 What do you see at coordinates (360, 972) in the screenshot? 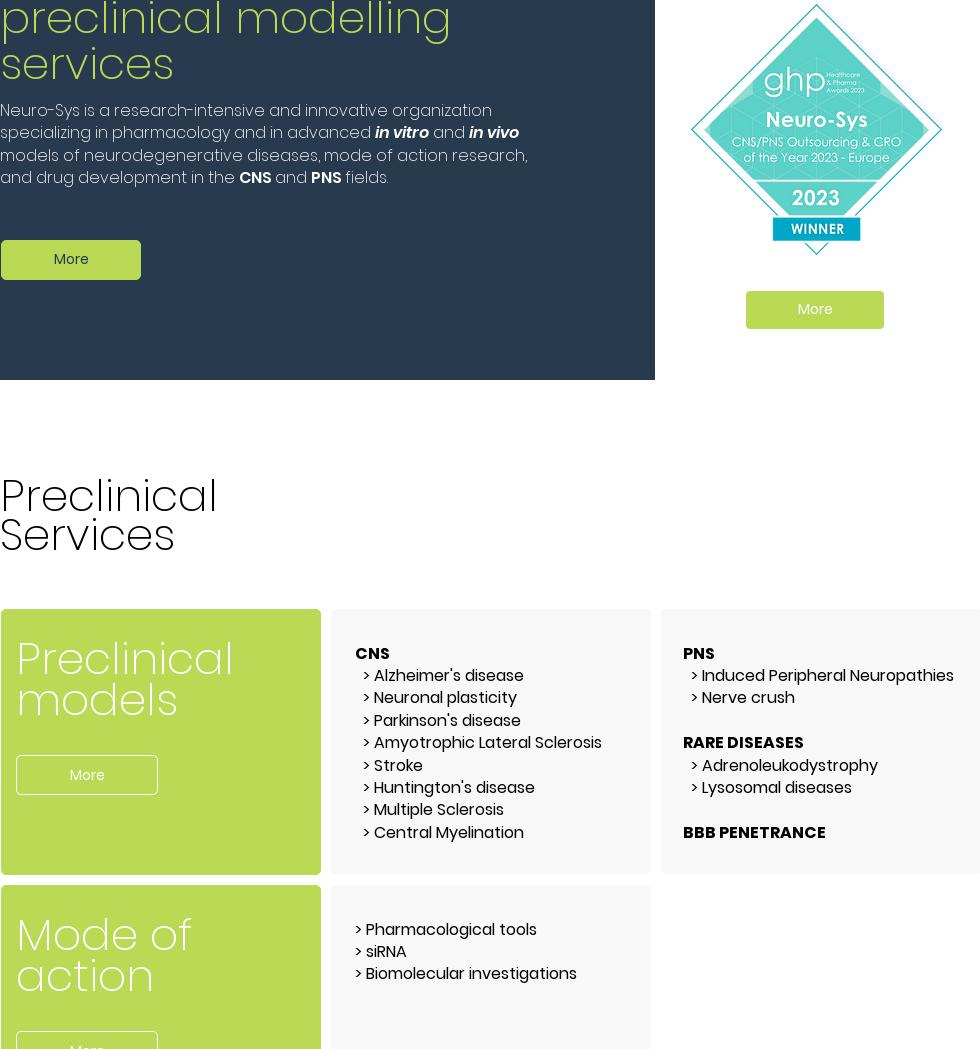
I see `'>'` at bounding box center [360, 972].